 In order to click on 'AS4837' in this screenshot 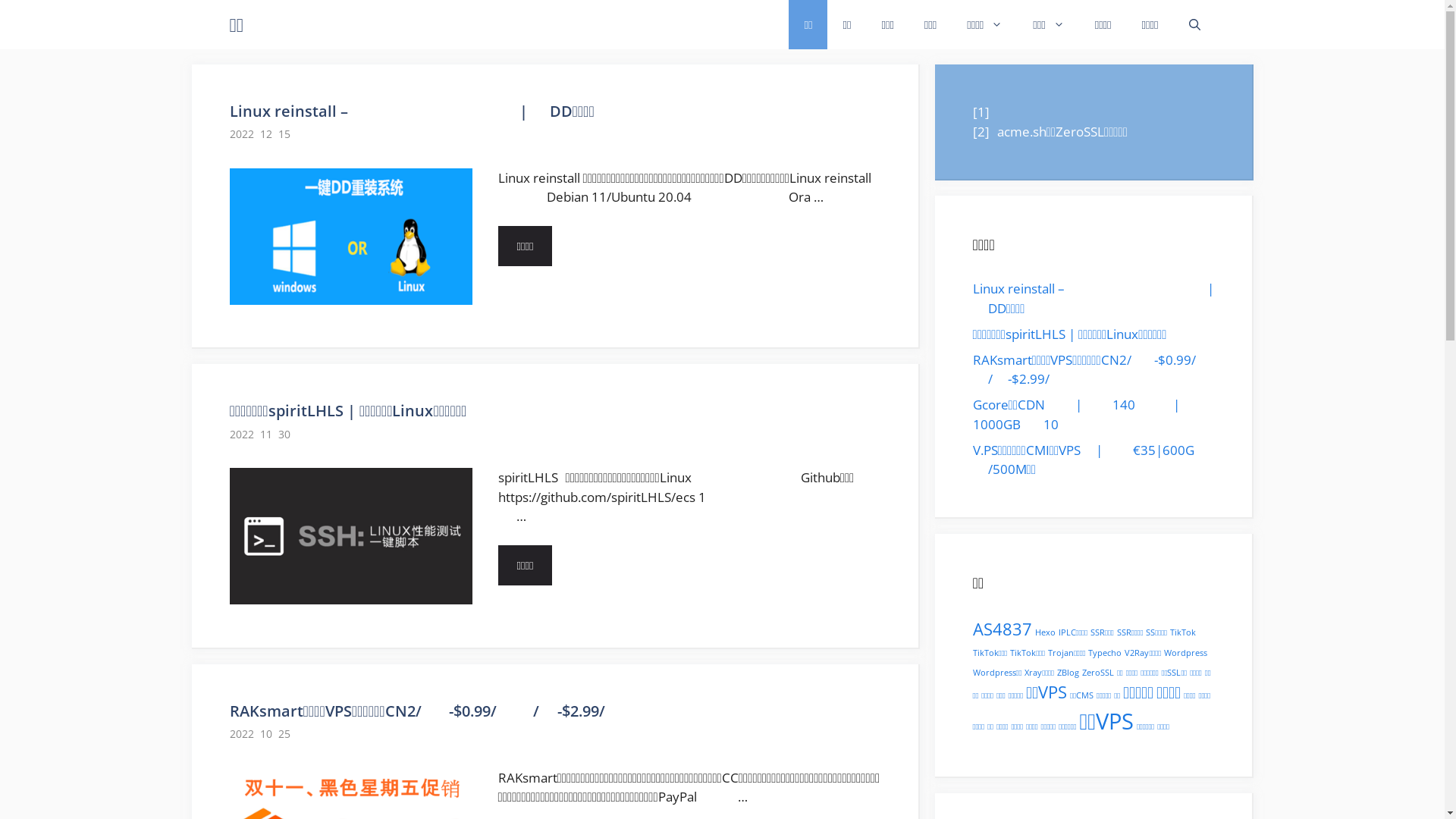, I will do `click(1001, 628)`.